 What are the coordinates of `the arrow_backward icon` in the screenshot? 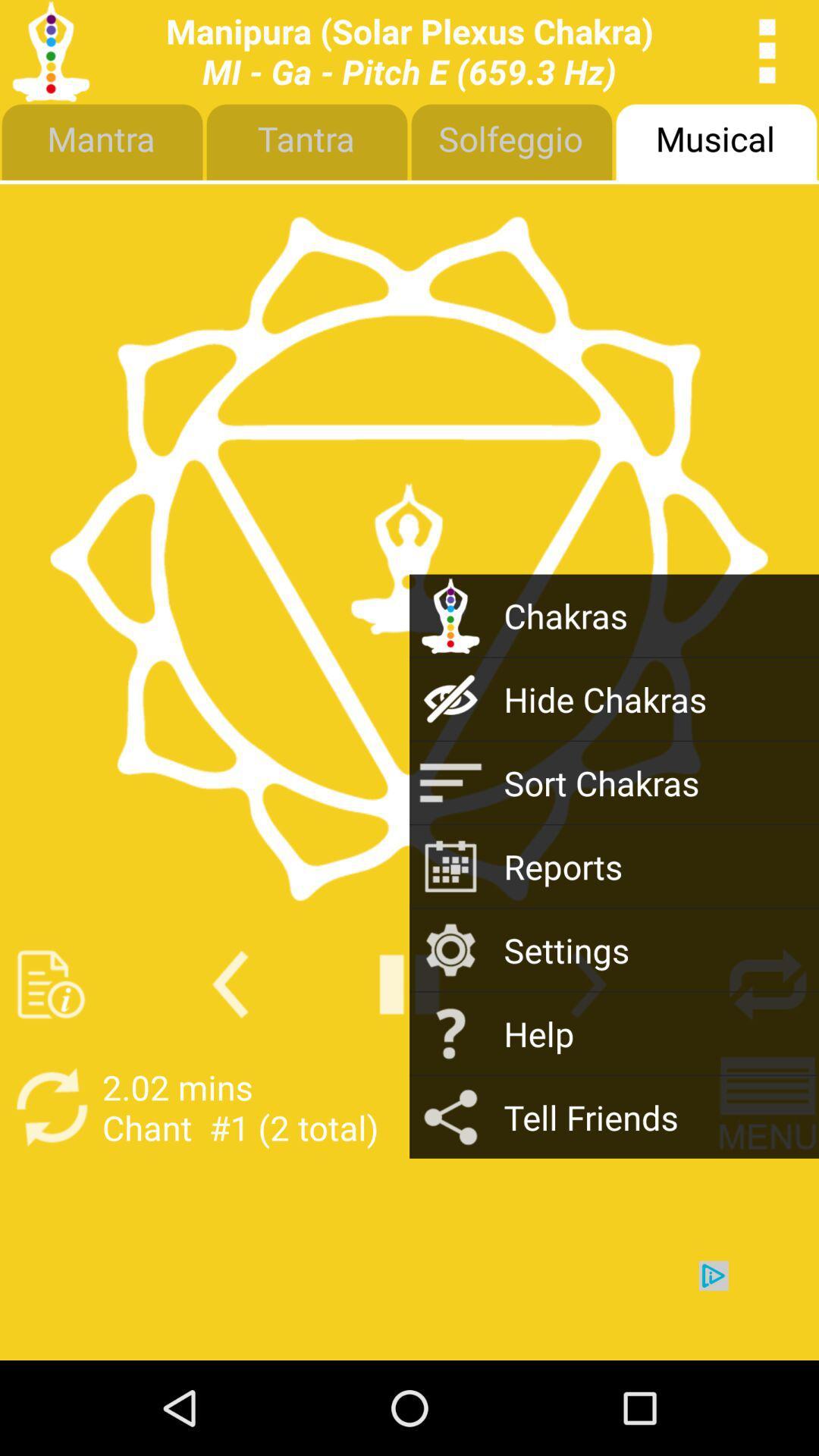 It's located at (230, 1053).